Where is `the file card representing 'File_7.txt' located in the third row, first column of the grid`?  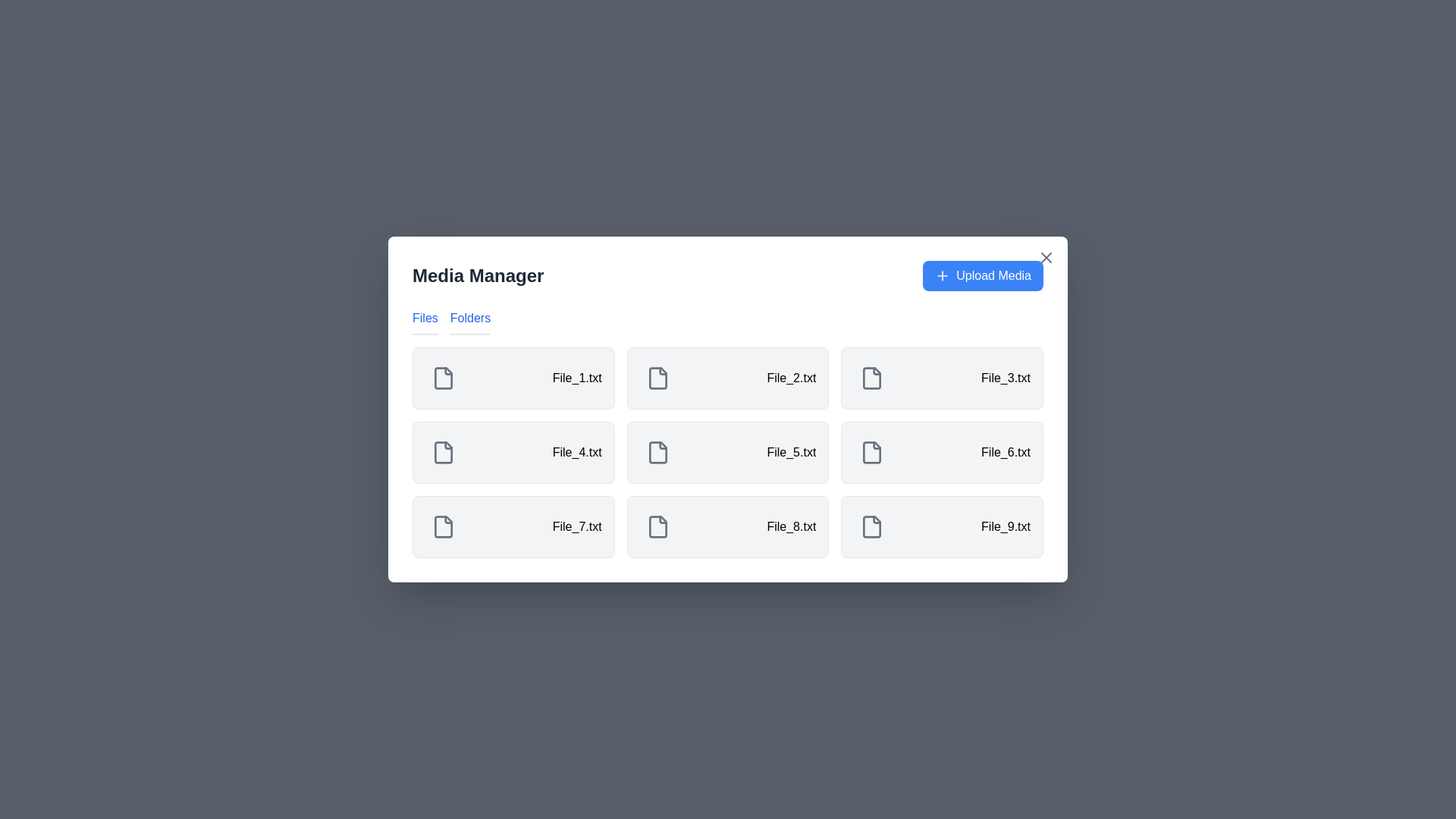
the file card representing 'File_7.txt' located in the third row, first column of the grid is located at coordinates (513, 526).